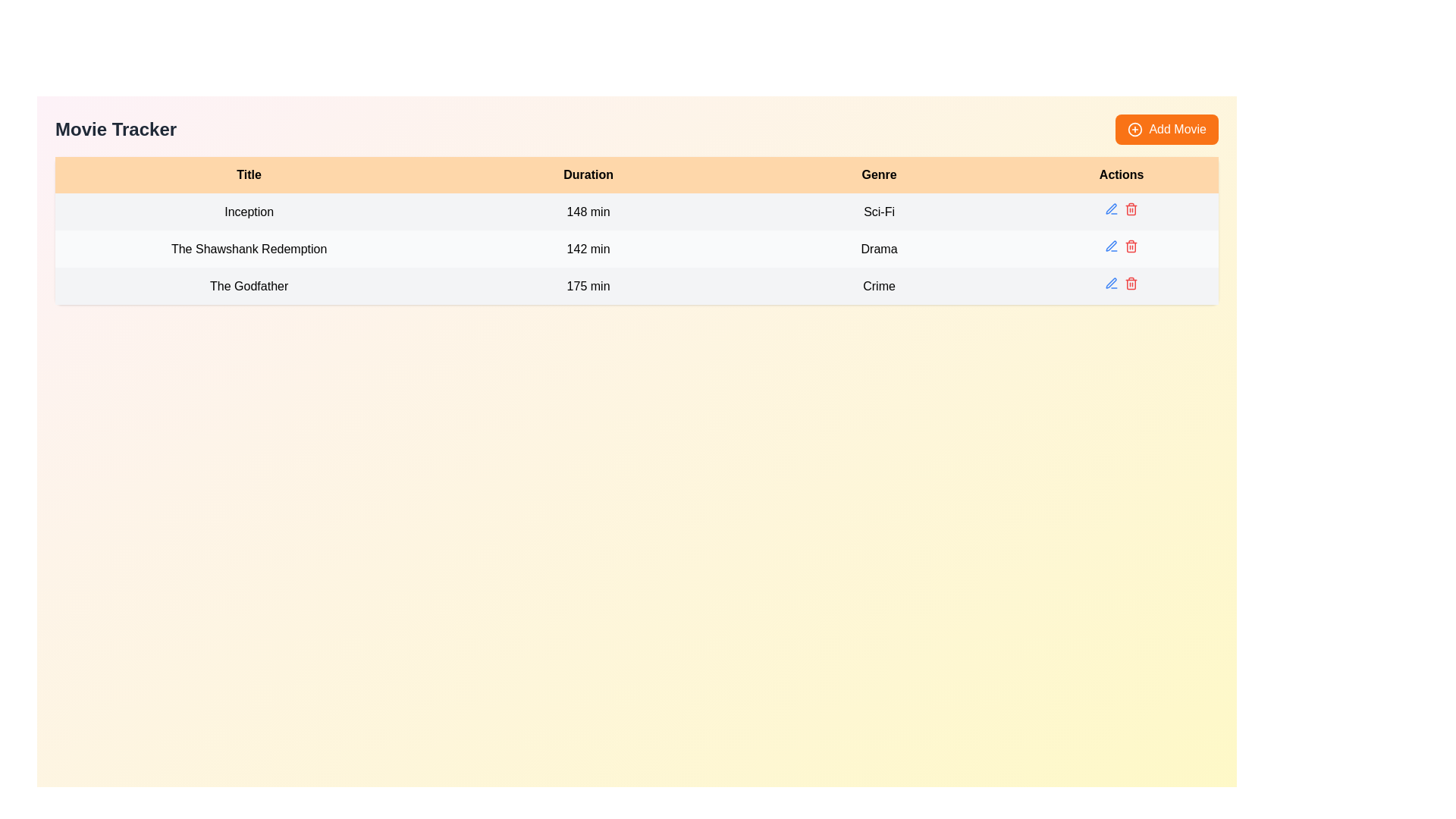 This screenshot has height=819, width=1456. I want to click on the text label displaying '175 min' located in the third row under the 'Duration' column of the table, positioned between 'The Godfather' and 'Crime', so click(588, 286).